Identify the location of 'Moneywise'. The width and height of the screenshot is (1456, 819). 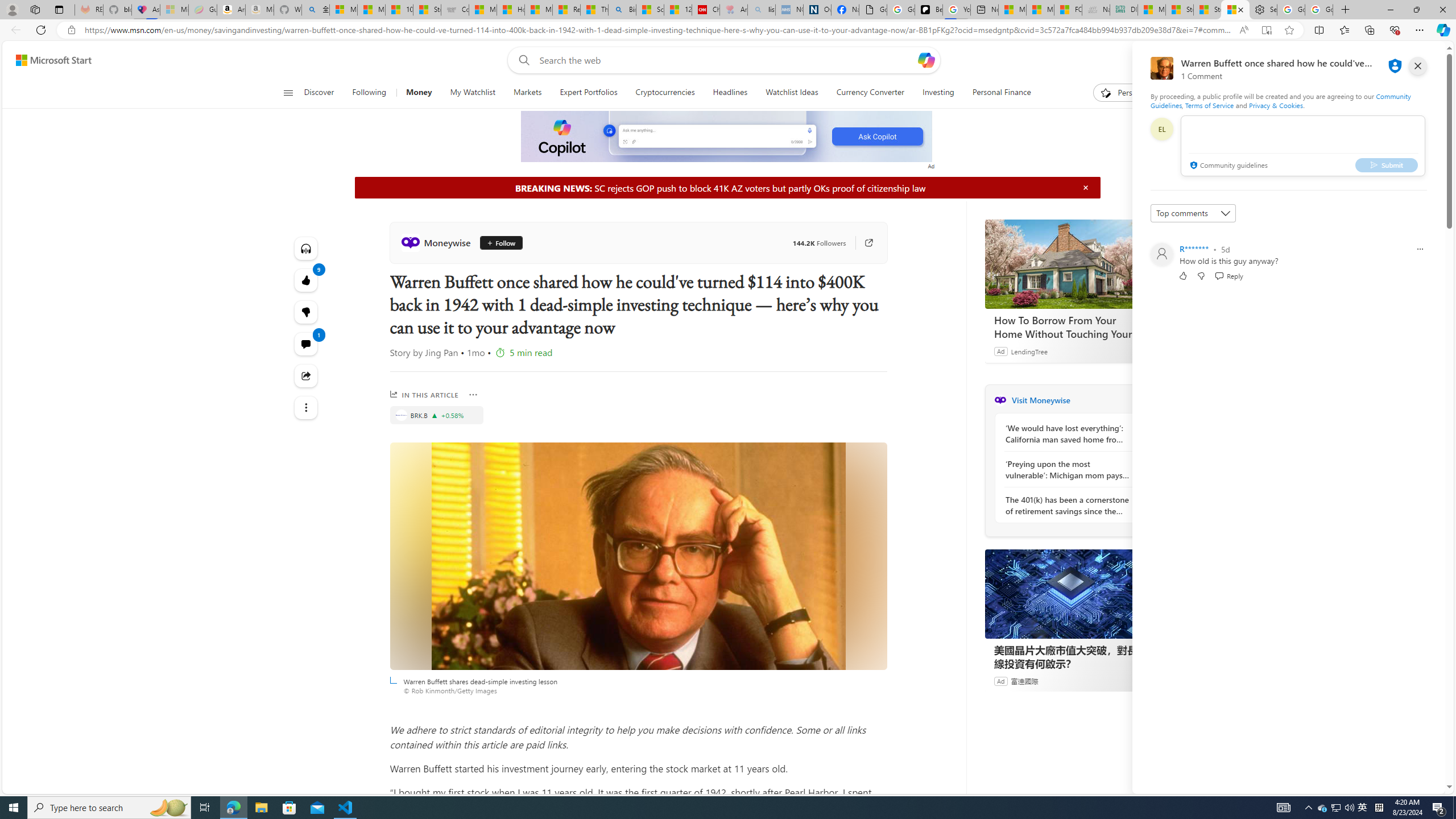
(438, 242).